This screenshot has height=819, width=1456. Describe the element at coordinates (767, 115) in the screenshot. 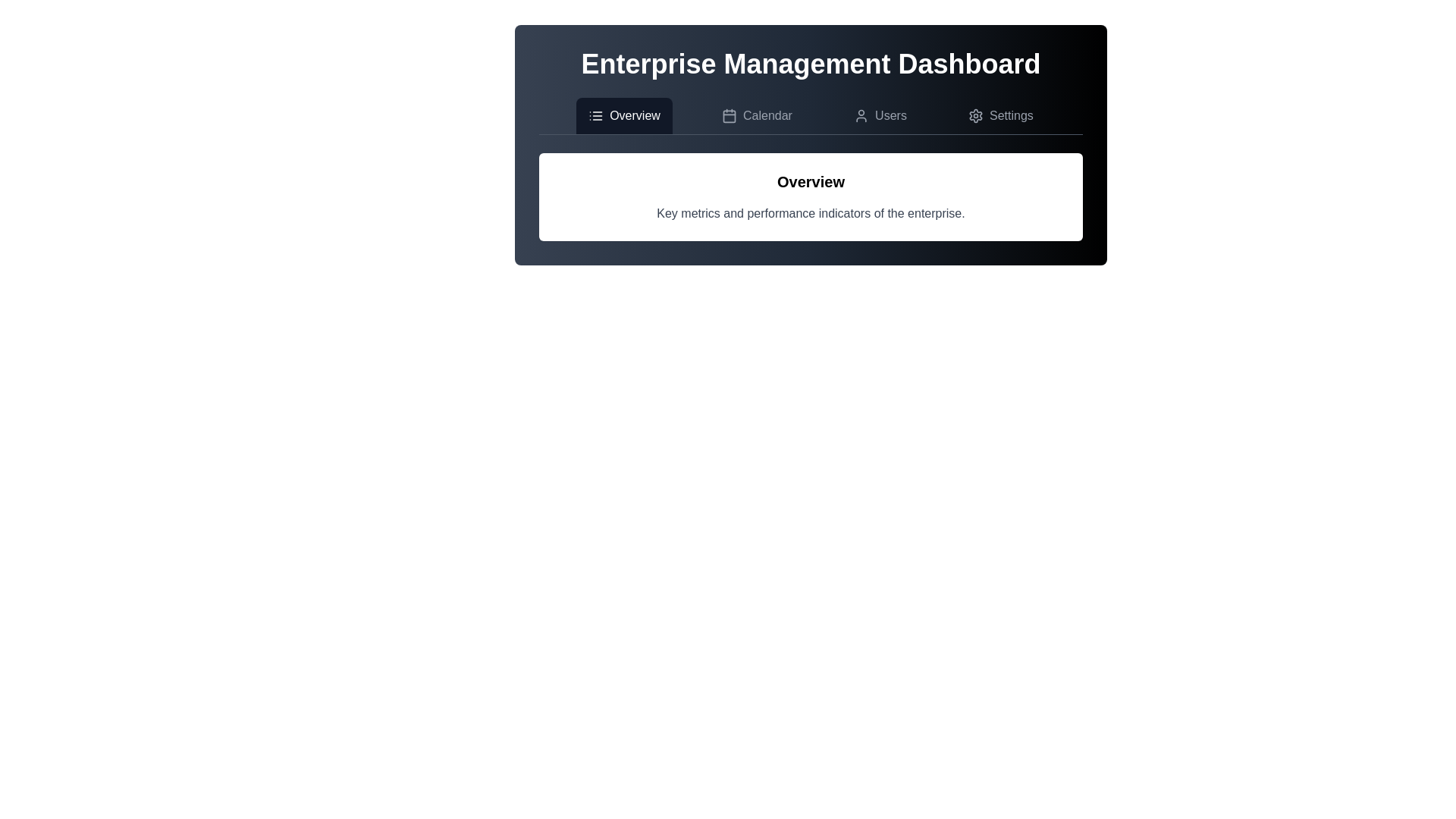

I see `the 'Calendar' text label in the navigation bar, which is the second menu item from the left, positioned to the left of the 'Users' icon` at that location.